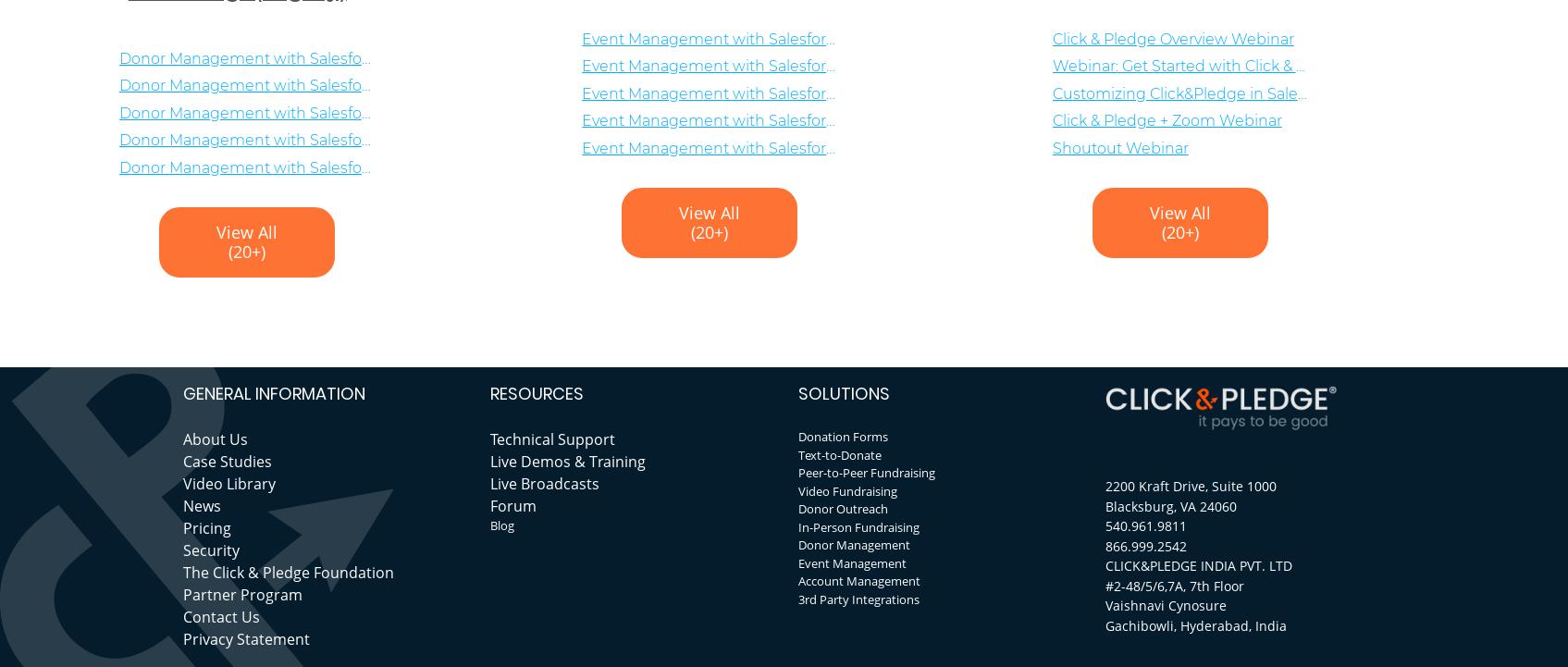 This screenshot has width=1568, height=667. I want to click on '3rd Party Integrations', so click(858, 599).